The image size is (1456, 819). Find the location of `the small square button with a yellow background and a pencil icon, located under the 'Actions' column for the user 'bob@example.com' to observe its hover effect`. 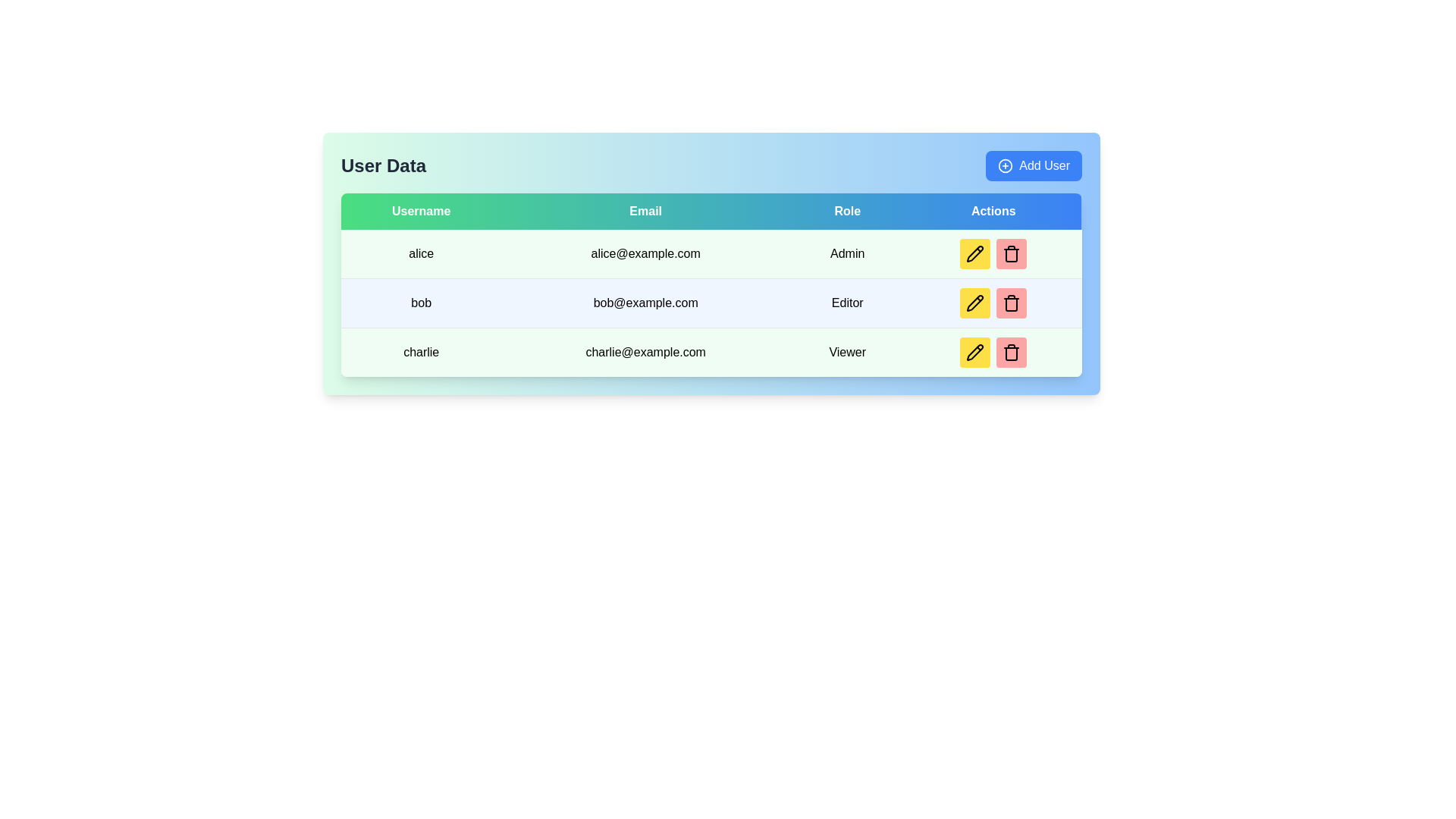

the small square button with a yellow background and a pencil icon, located under the 'Actions' column for the user 'bob@example.com' to observe its hover effect is located at coordinates (975, 303).